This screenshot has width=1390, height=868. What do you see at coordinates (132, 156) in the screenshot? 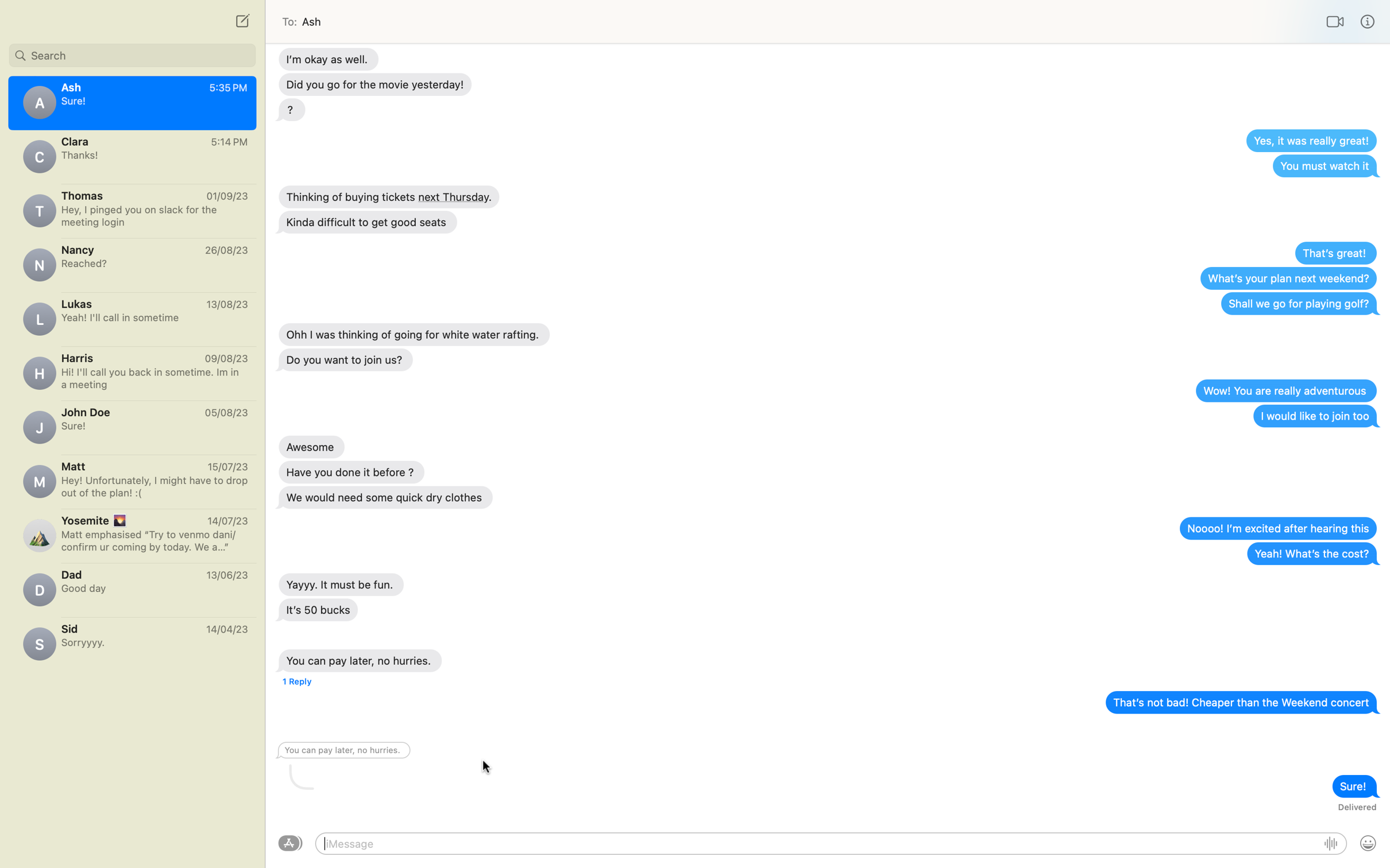
I see `Write a message to Clara with the text "I have seen the movie, it was fantastic!` at bounding box center [132, 156].